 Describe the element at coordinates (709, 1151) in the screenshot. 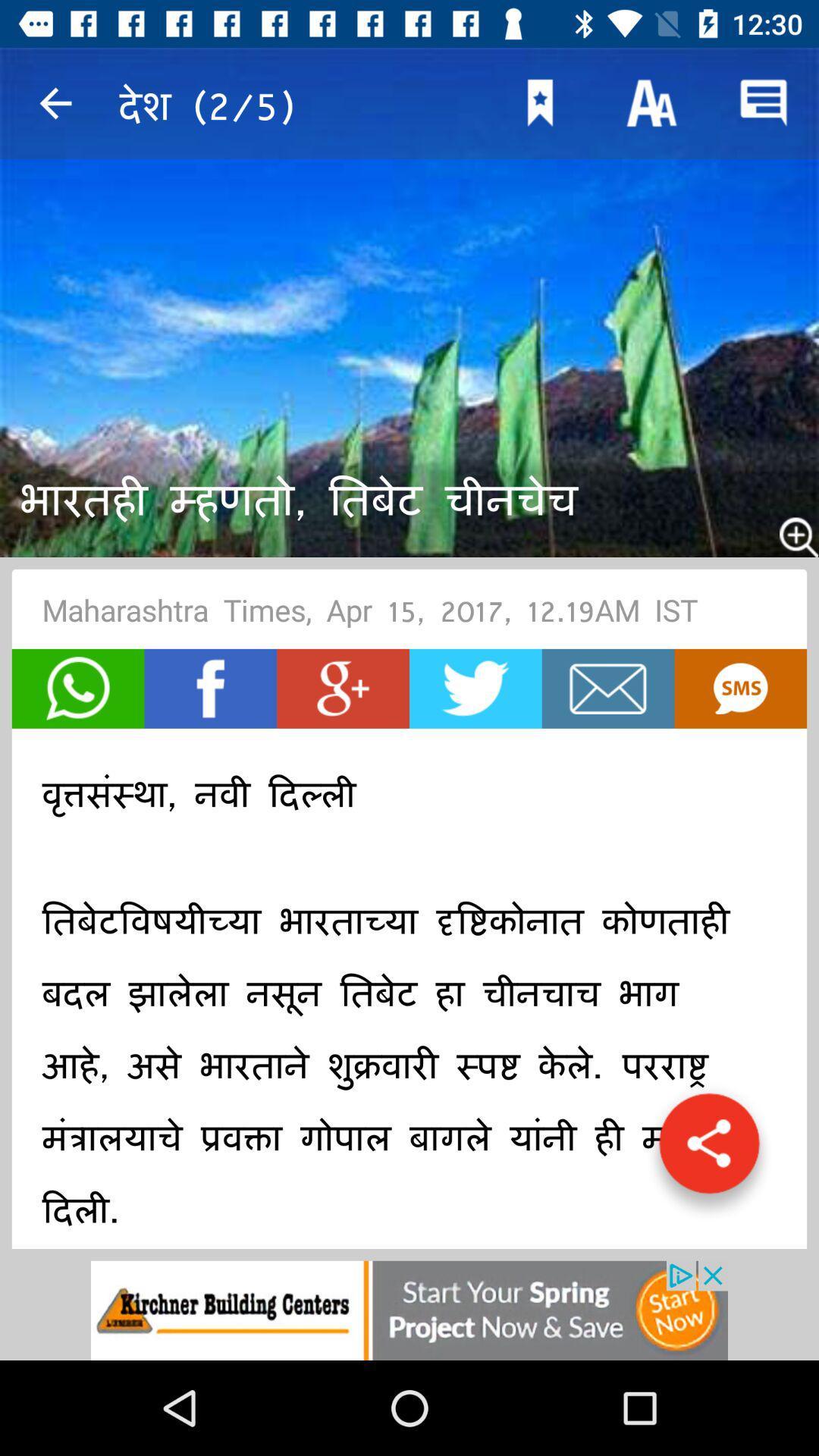

I see `the share icon` at that location.